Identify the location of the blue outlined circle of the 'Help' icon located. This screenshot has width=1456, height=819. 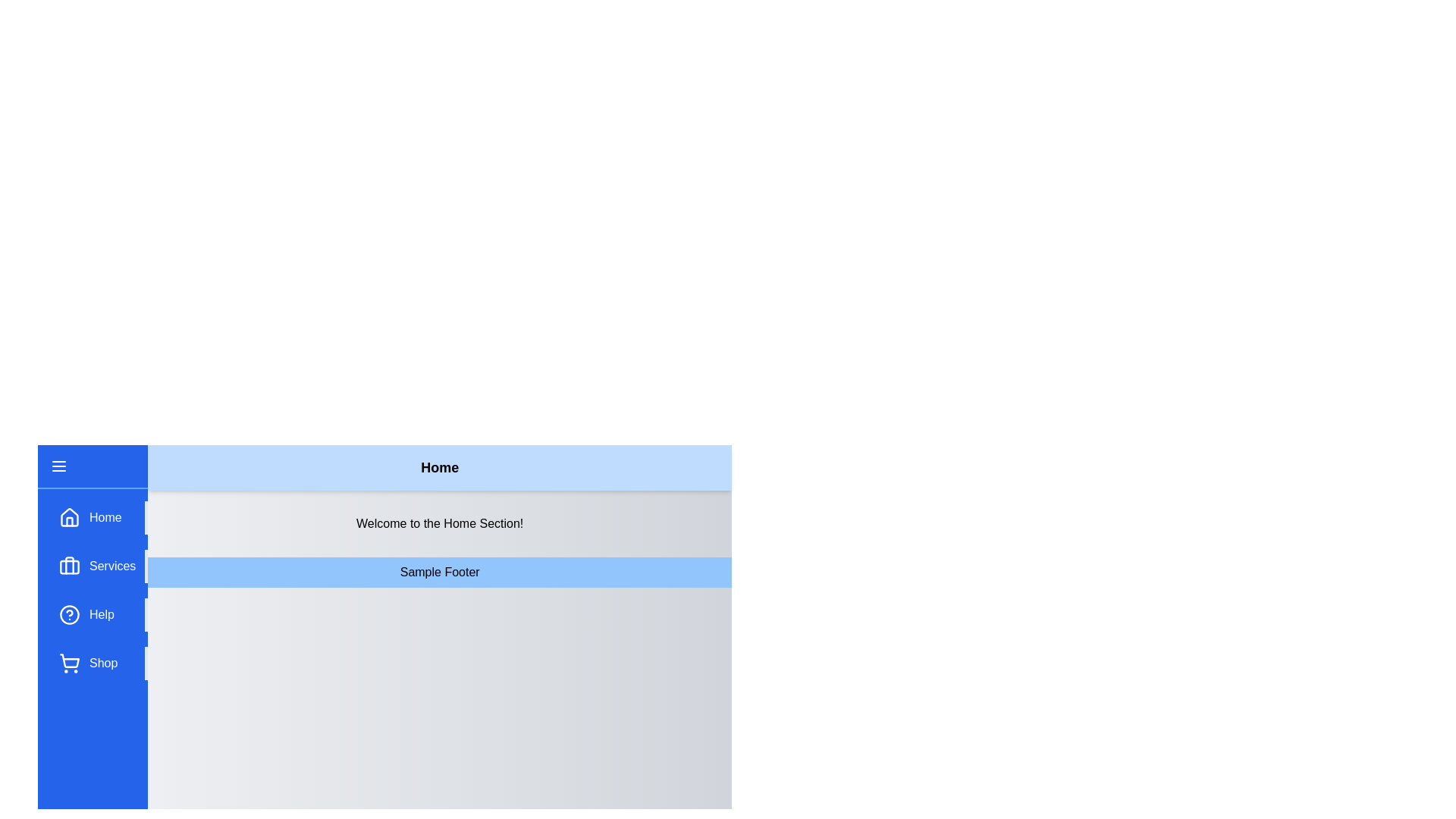
(68, 614).